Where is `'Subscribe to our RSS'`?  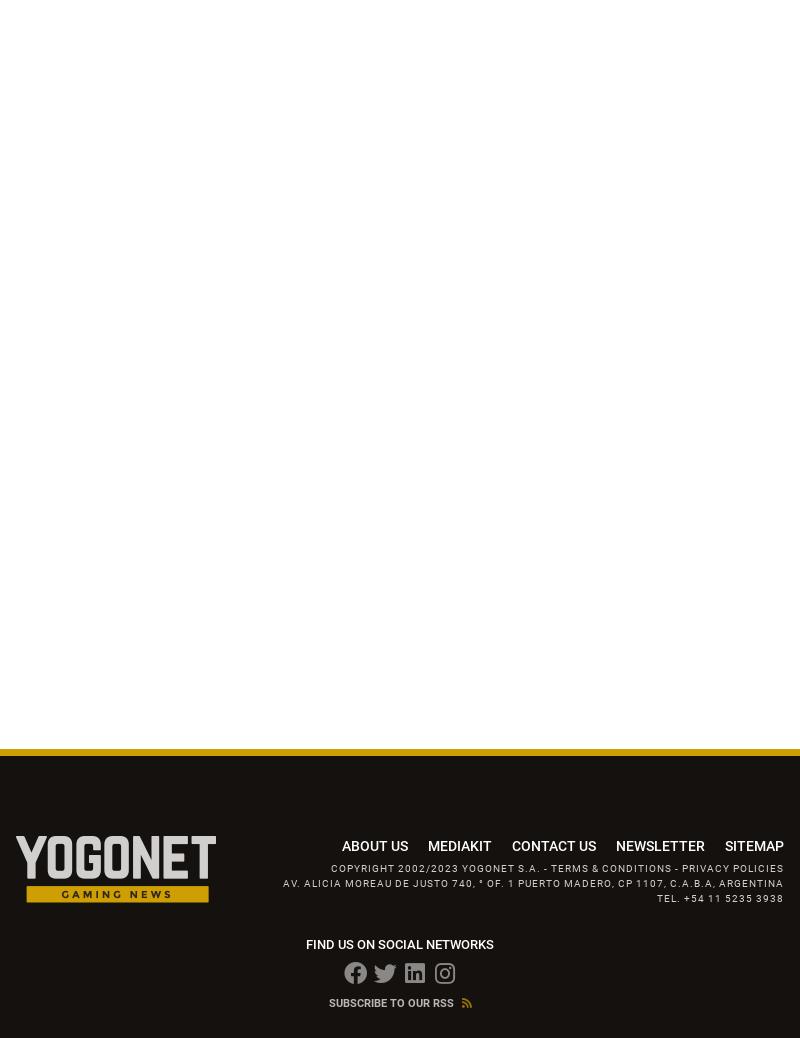
'Subscribe to our RSS' is located at coordinates (327, 1003).